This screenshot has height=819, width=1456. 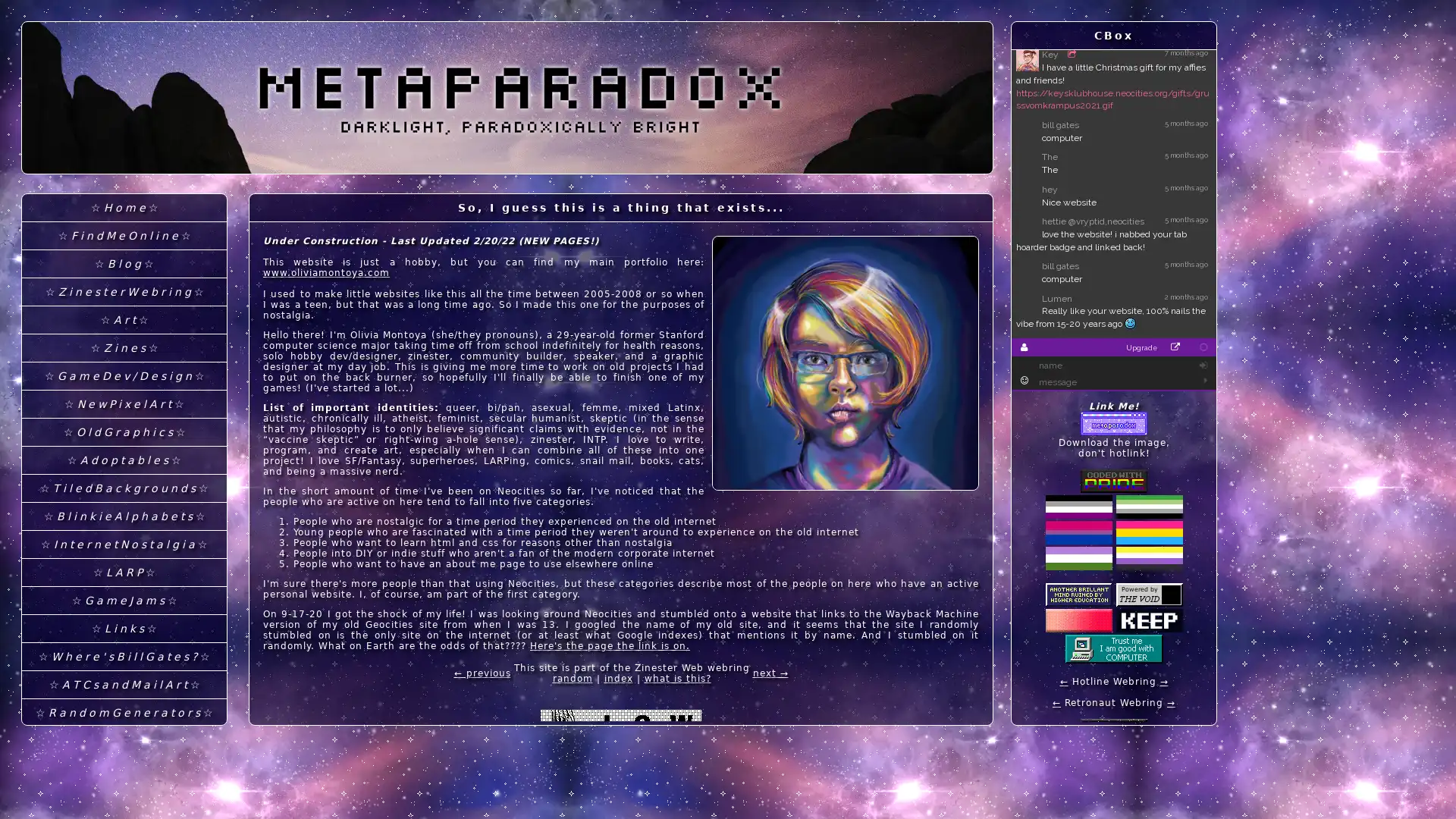 What do you see at coordinates (124, 516) in the screenshot?
I see `B l i n k i e A l p h a b e t s` at bounding box center [124, 516].